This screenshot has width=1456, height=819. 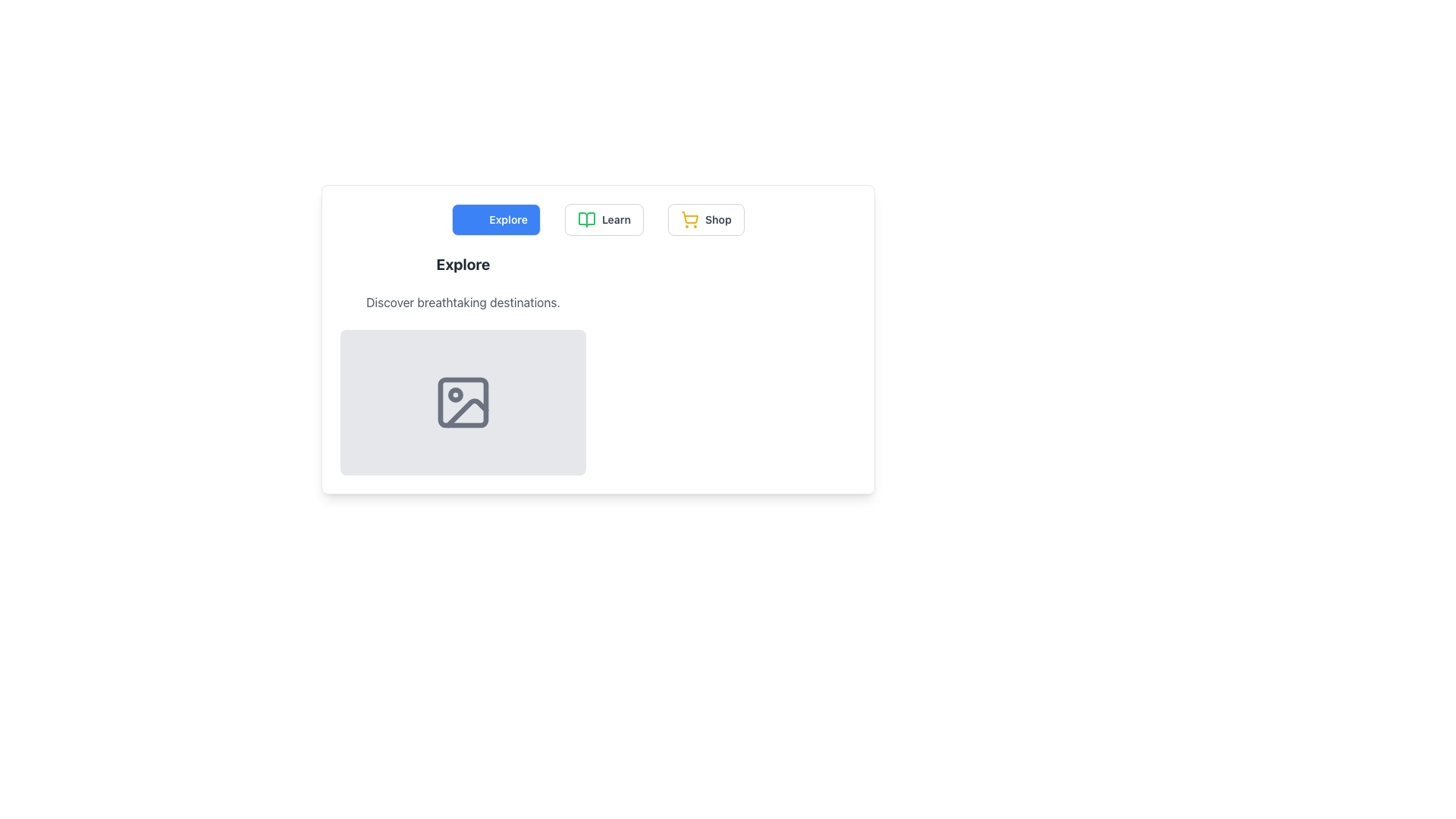 What do you see at coordinates (597, 219) in the screenshot?
I see `the 'Learn' button located between the 'Explore' button and the 'Shop' button at the top of the card interface` at bounding box center [597, 219].